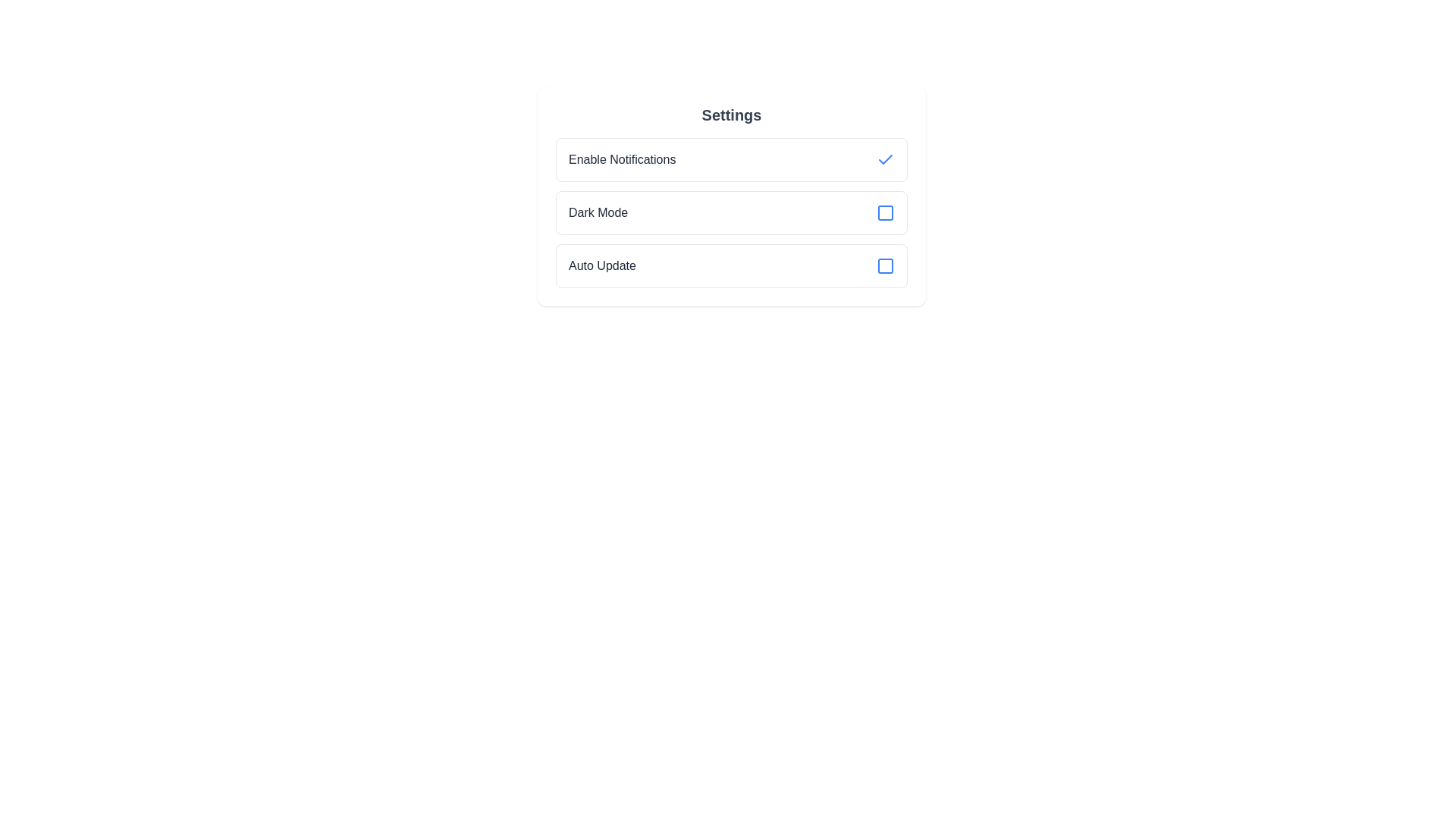  What do you see at coordinates (731, 114) in the screenshot?
I see `the 'Settings' text element, which is a bold, dark gray font header positioned above the settings options` at bounding box center [731, 114].